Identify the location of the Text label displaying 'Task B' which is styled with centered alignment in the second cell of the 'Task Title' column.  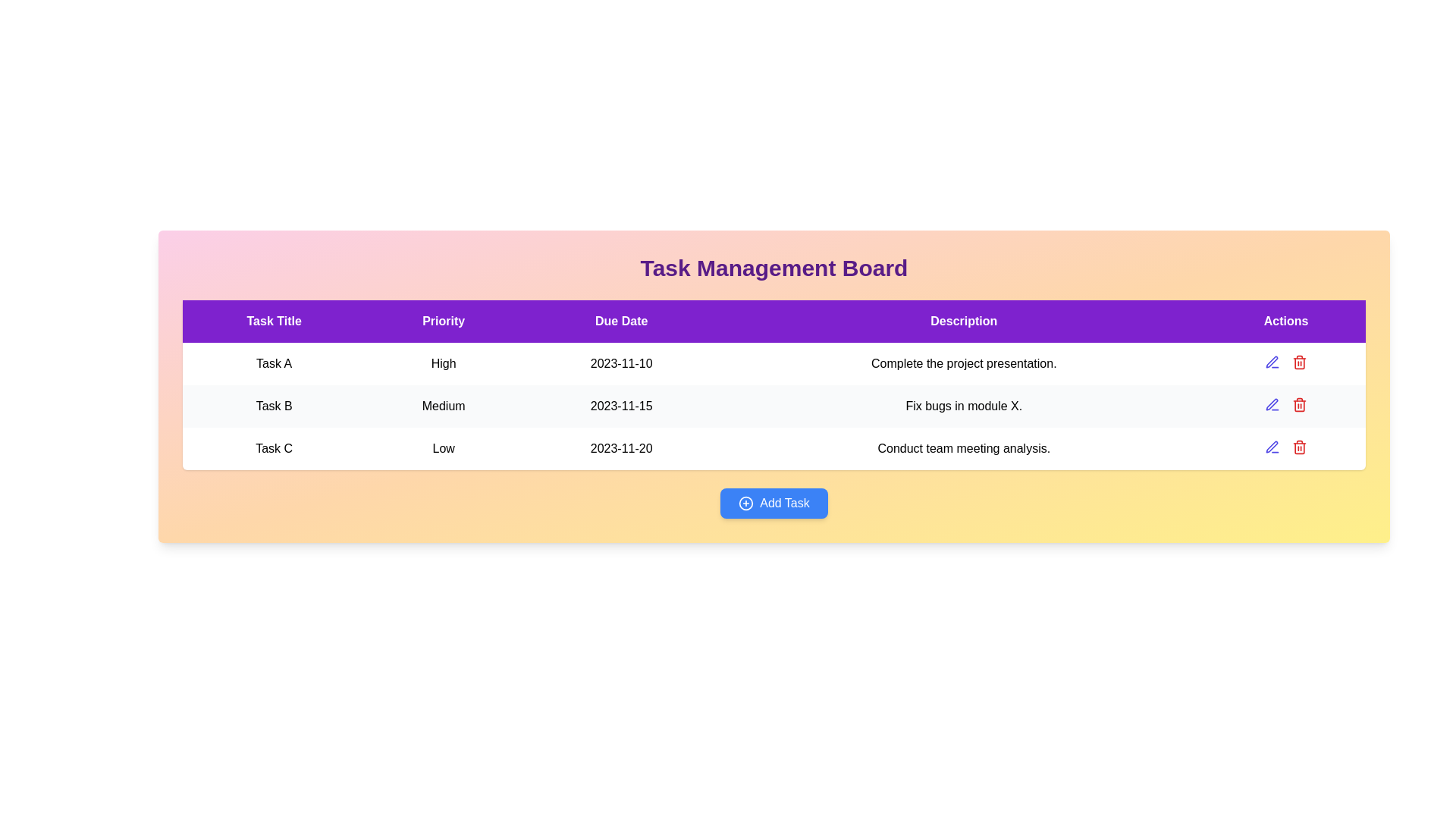
(274, 406).